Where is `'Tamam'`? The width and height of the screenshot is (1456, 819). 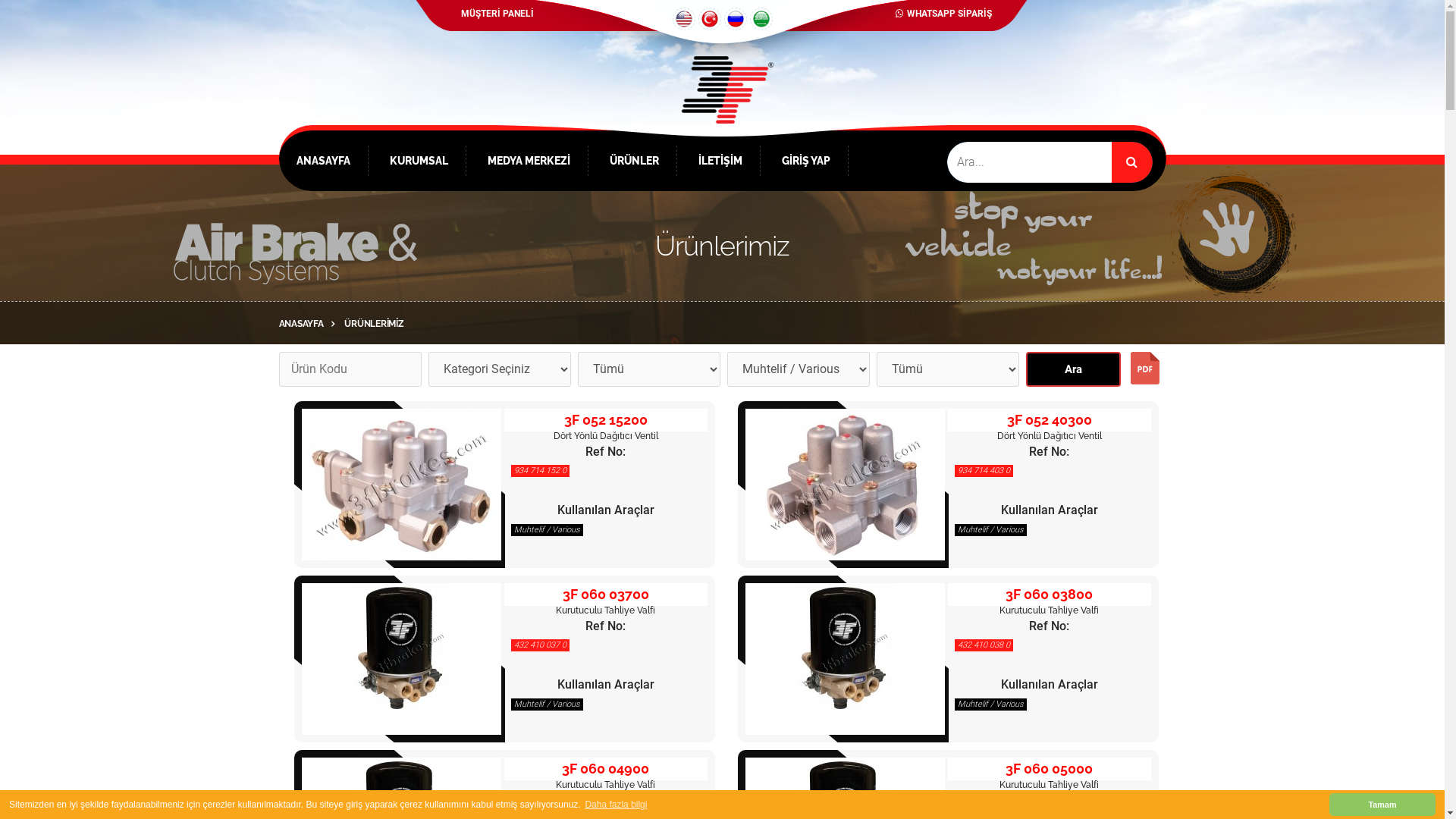 'Tamam' is located at coordinates (1382, 804).